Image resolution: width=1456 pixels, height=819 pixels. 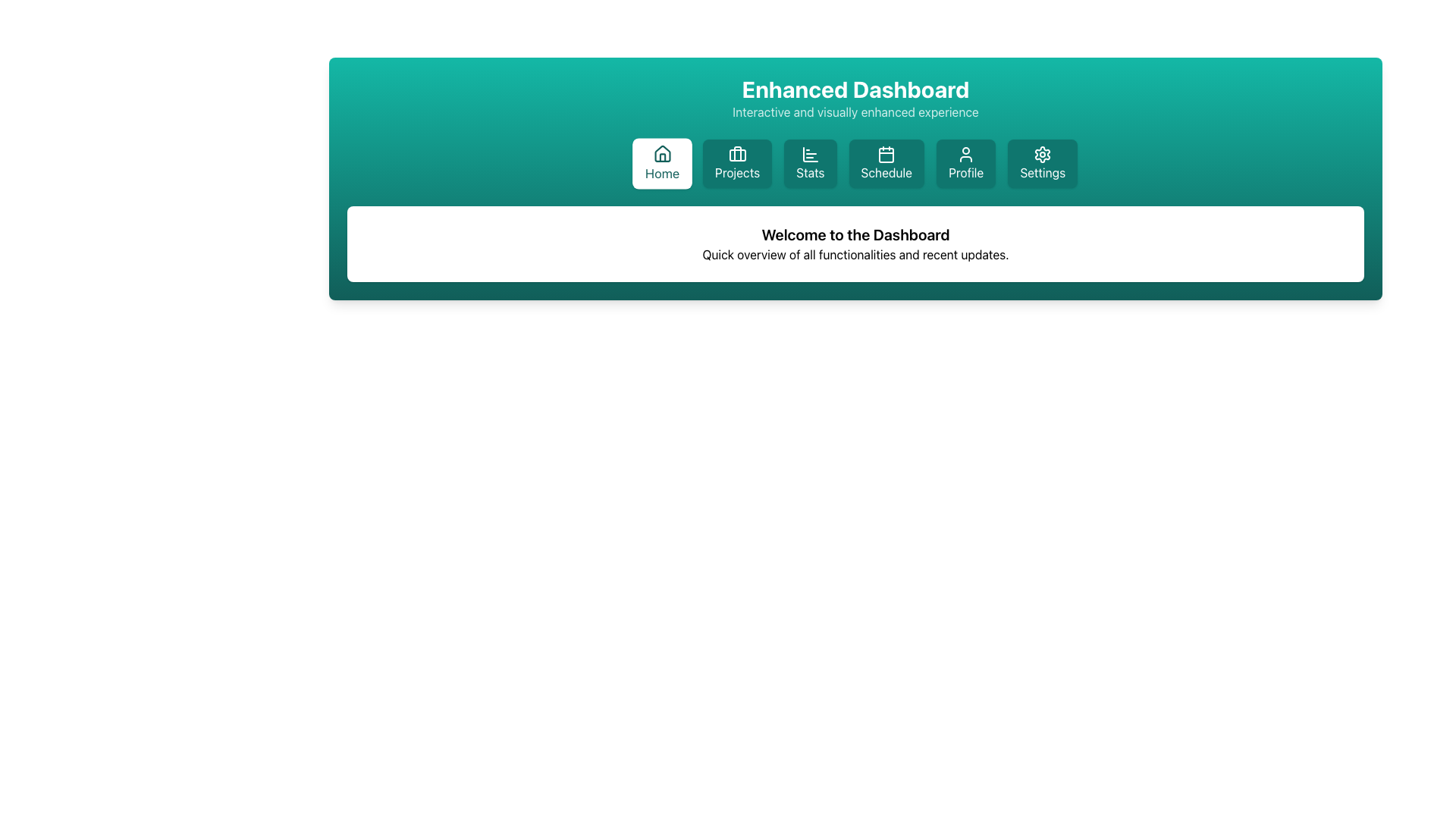 What do you see at coordinates (965, 164) in the screenshot?
I see `the navigation button located in the navigation bar, fifth from the left` at bounding box center [965, 164].